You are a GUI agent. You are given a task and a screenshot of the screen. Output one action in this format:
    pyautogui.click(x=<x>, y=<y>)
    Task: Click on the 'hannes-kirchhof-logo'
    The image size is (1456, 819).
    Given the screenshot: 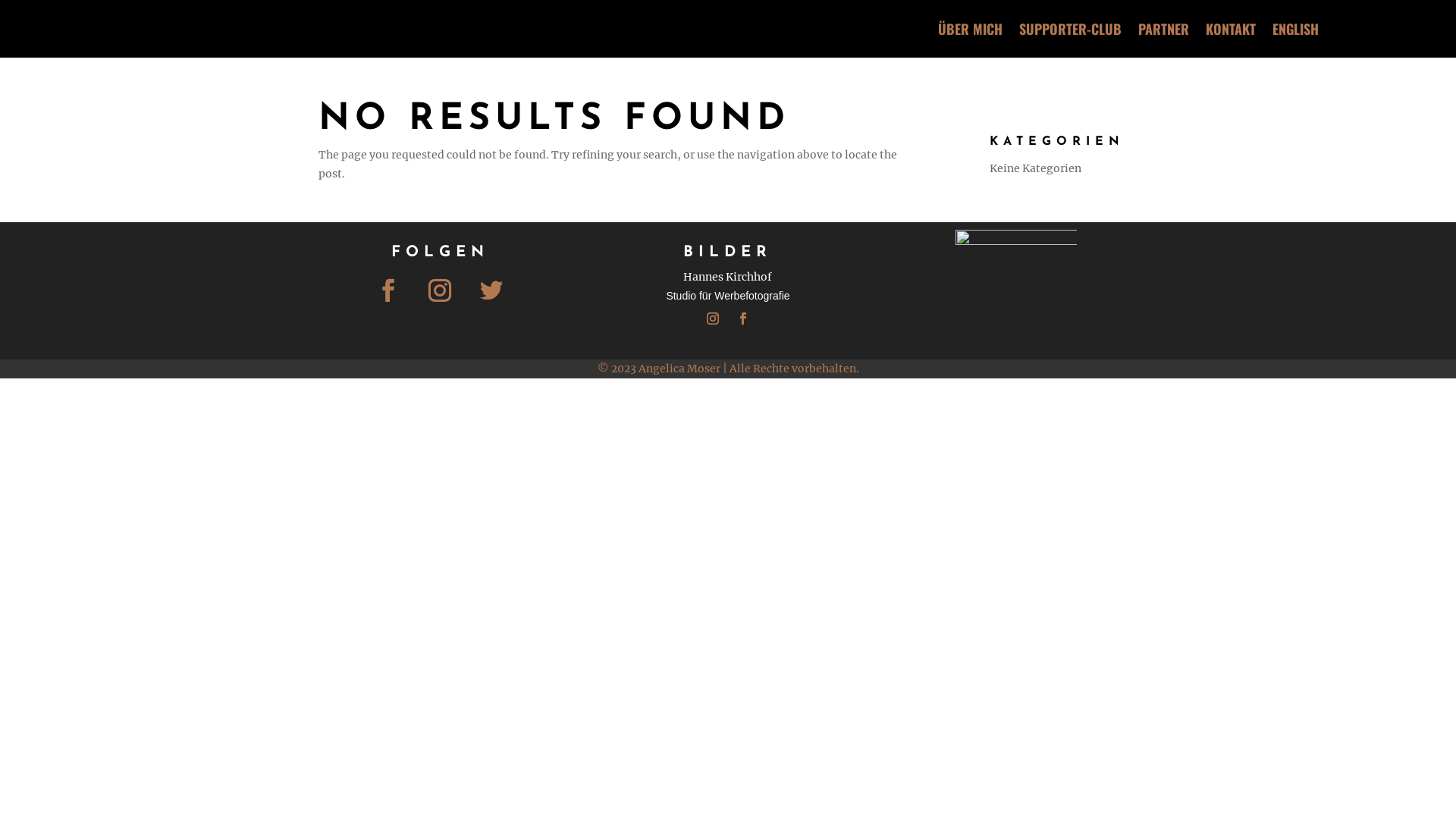 What is the action you would take?
    pyautogui.click(x=1015, y=290)
    